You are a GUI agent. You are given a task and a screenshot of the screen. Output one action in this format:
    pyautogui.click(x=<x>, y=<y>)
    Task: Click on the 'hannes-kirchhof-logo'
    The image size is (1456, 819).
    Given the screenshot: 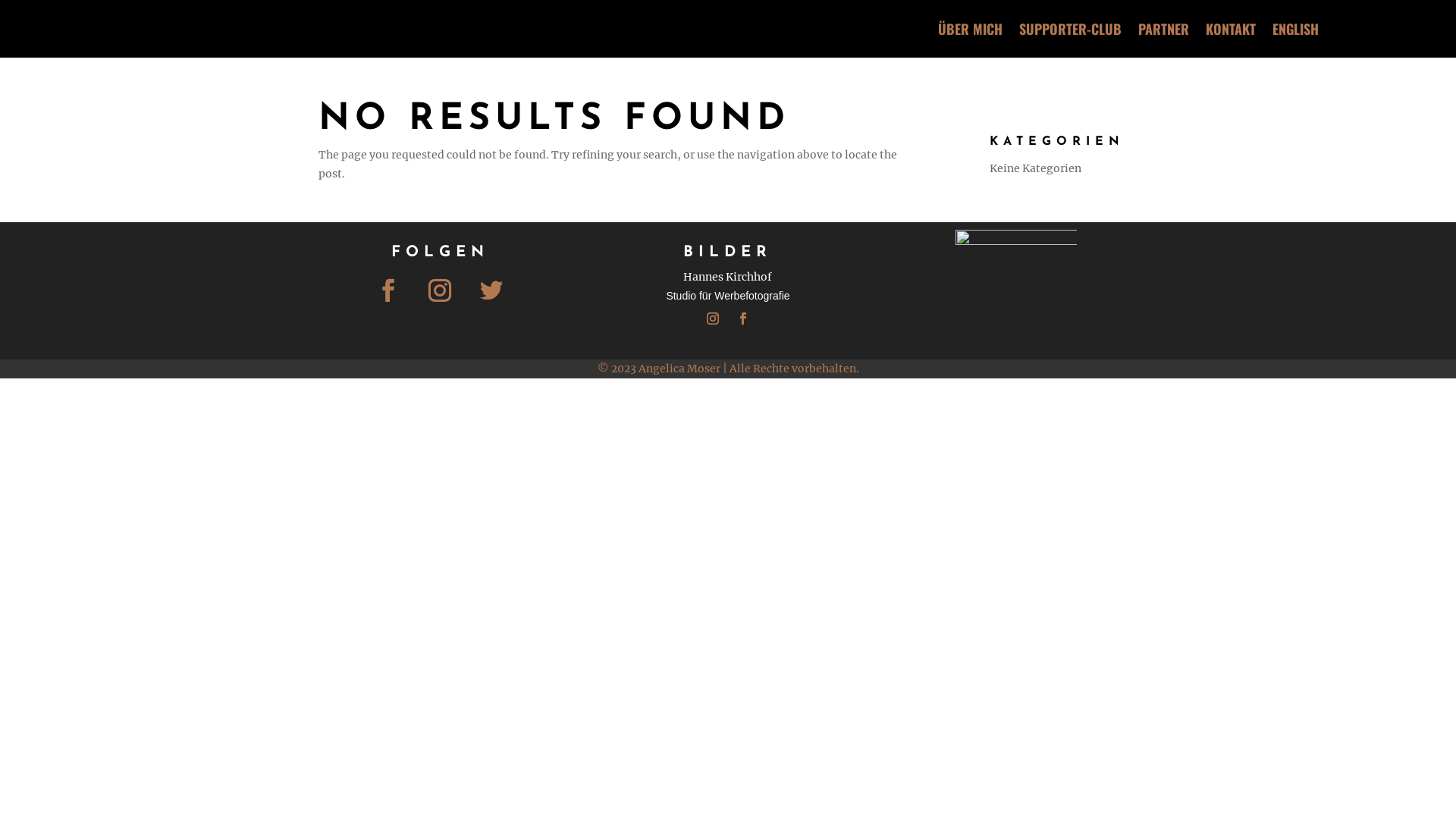 What is the action you would take?
    pyautogui.click(x=1015, y=290)
    